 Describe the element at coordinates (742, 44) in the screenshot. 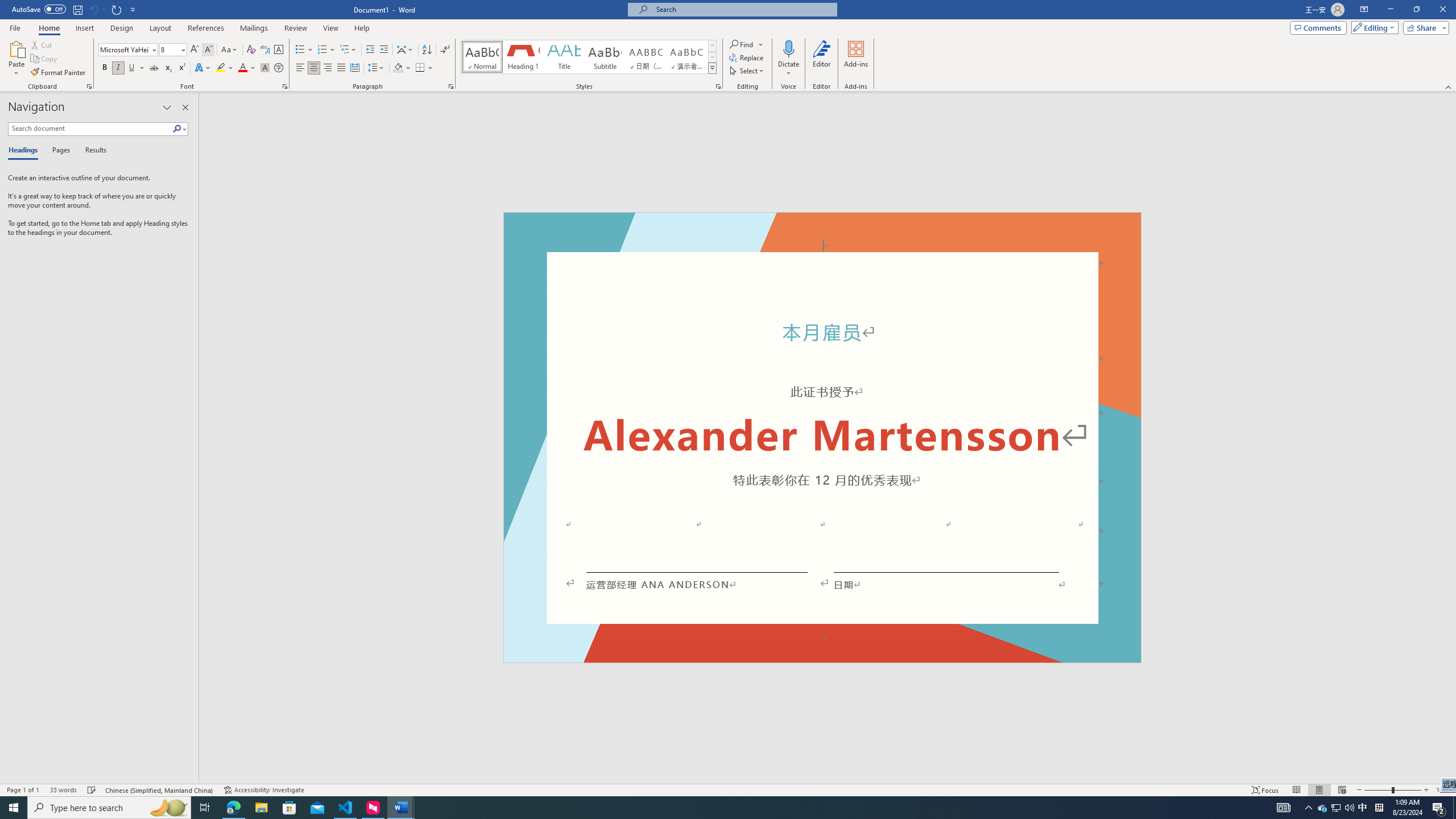

I see `'Find'` at that location.